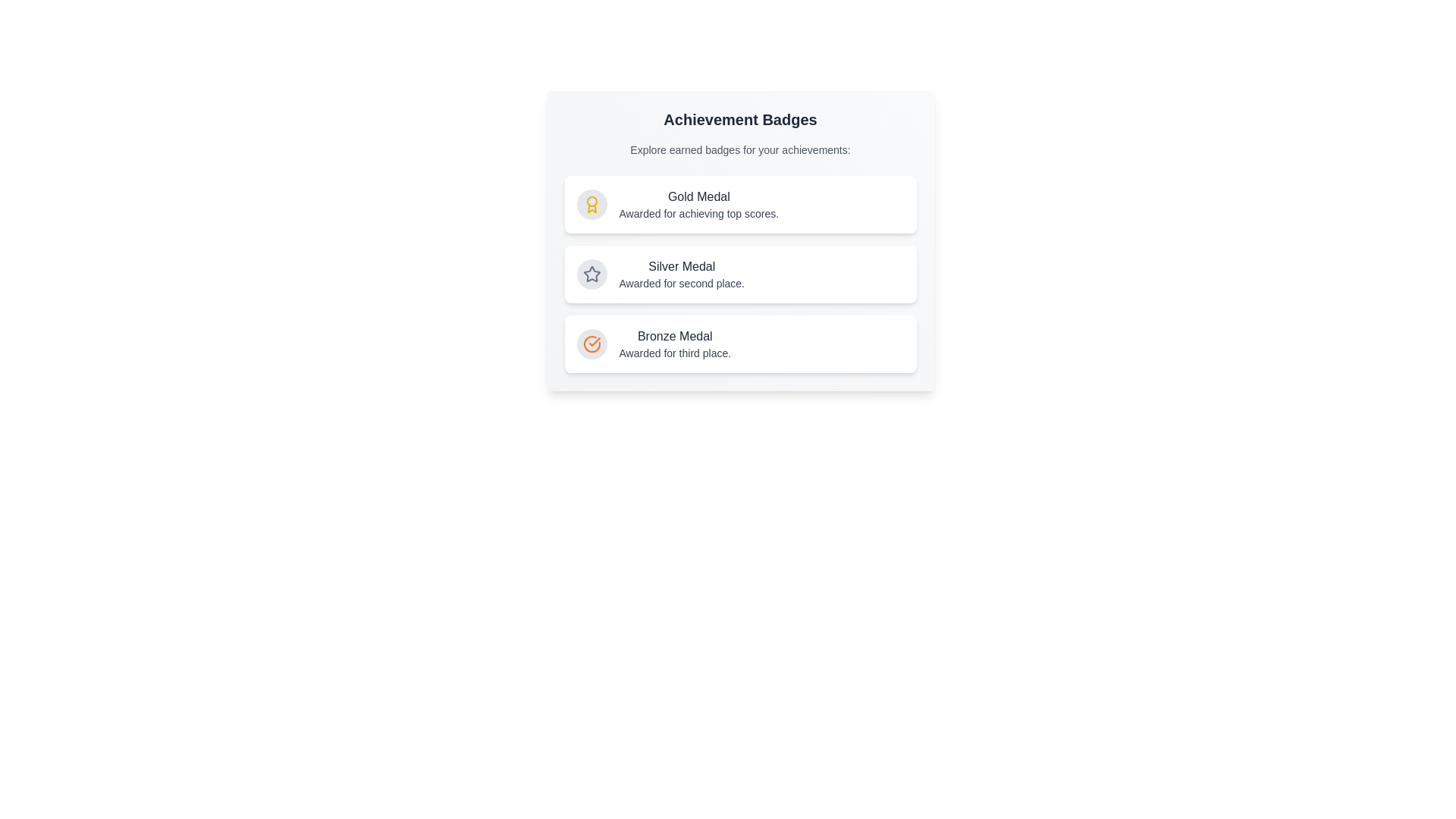 Image resolution: width=1456 pixels, height=819 pixels. Describe the element at coordinates (698, 213) in the screenshot. I see `the text label presented in smaller gray font, located directly beneath the 'Gold Medal' title in the achievement badge categories` at that location.